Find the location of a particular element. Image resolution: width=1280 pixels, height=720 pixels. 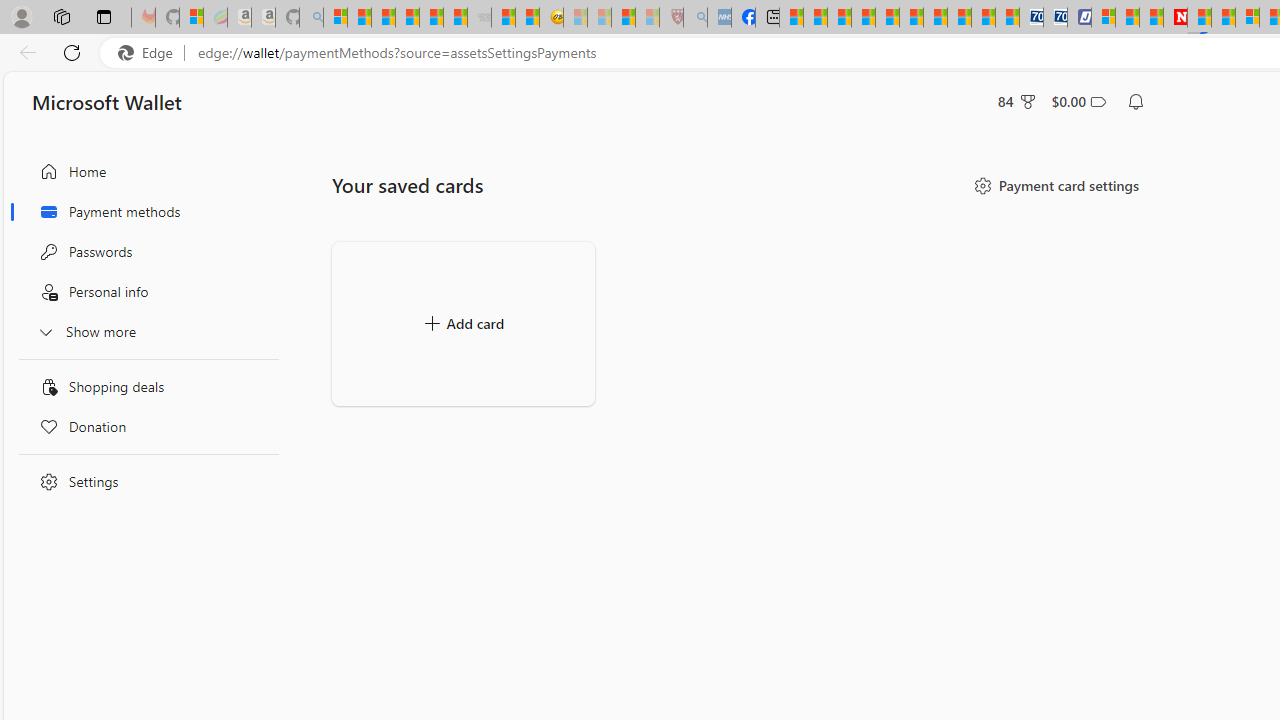

'Personal info' is located at coordinates (143, 292).